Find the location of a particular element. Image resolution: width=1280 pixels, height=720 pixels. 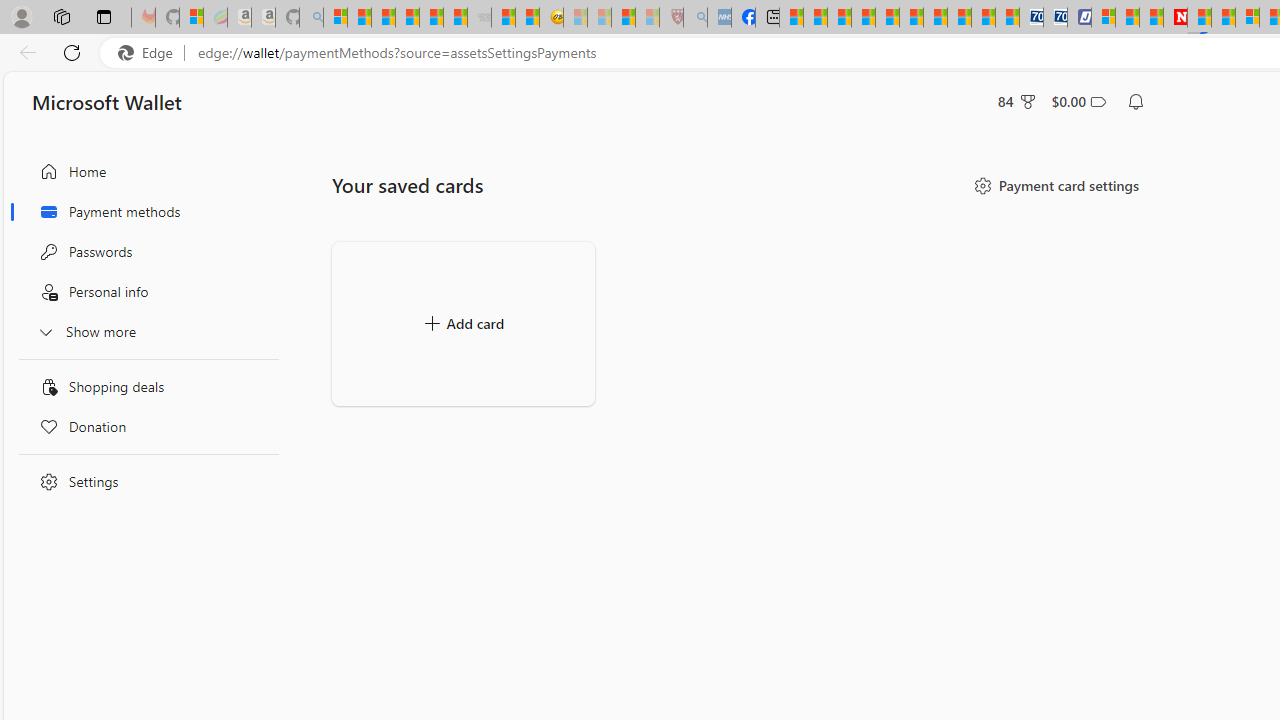

'Personal info' is located at coordinates (143, 292).